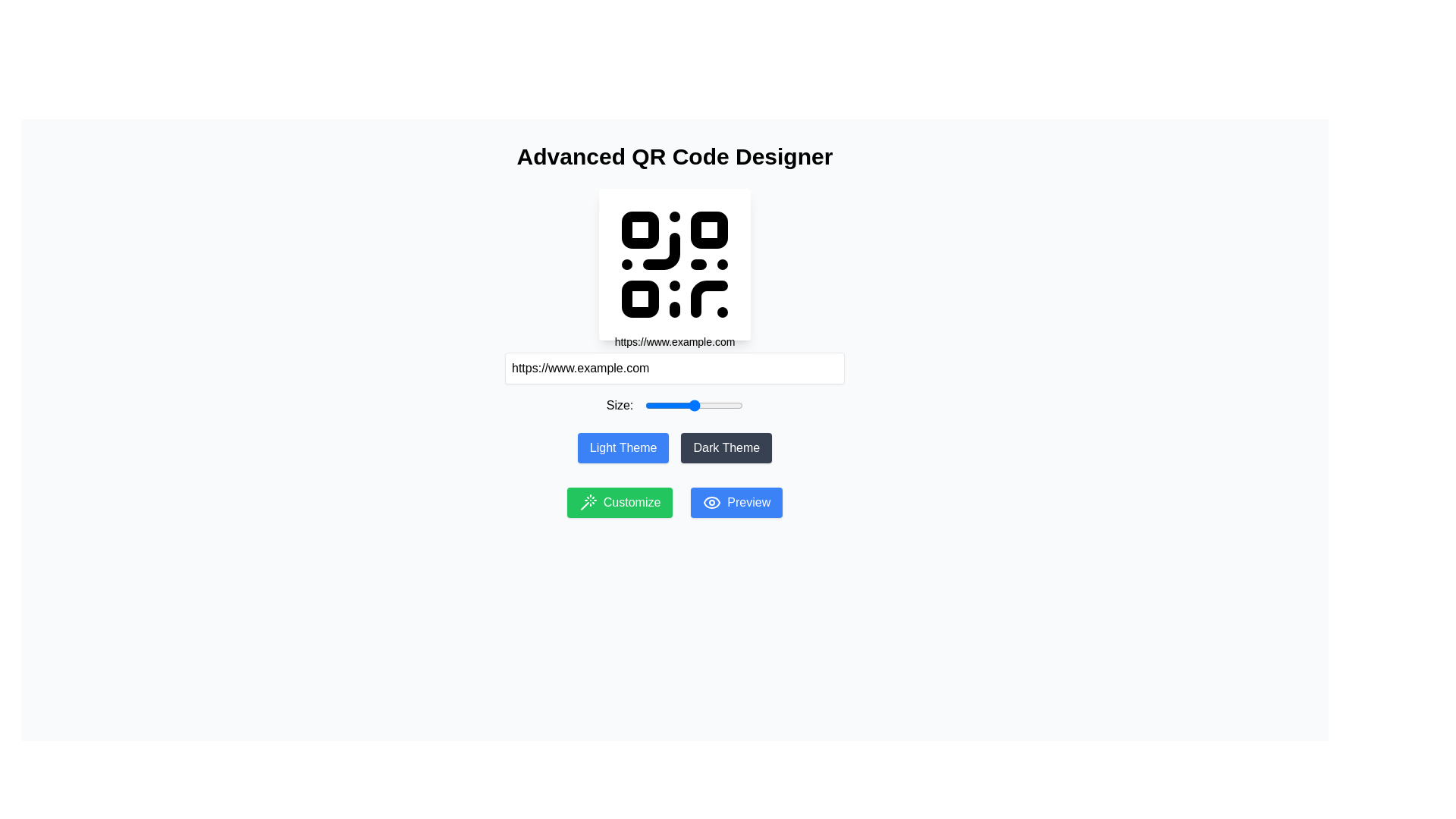  What do you see at coordinates (623, 447) in the screenshot?
I see `the 'Light Theme' button, which is a rectangular button with a blue background and white text` at bounding box center [623, 447].